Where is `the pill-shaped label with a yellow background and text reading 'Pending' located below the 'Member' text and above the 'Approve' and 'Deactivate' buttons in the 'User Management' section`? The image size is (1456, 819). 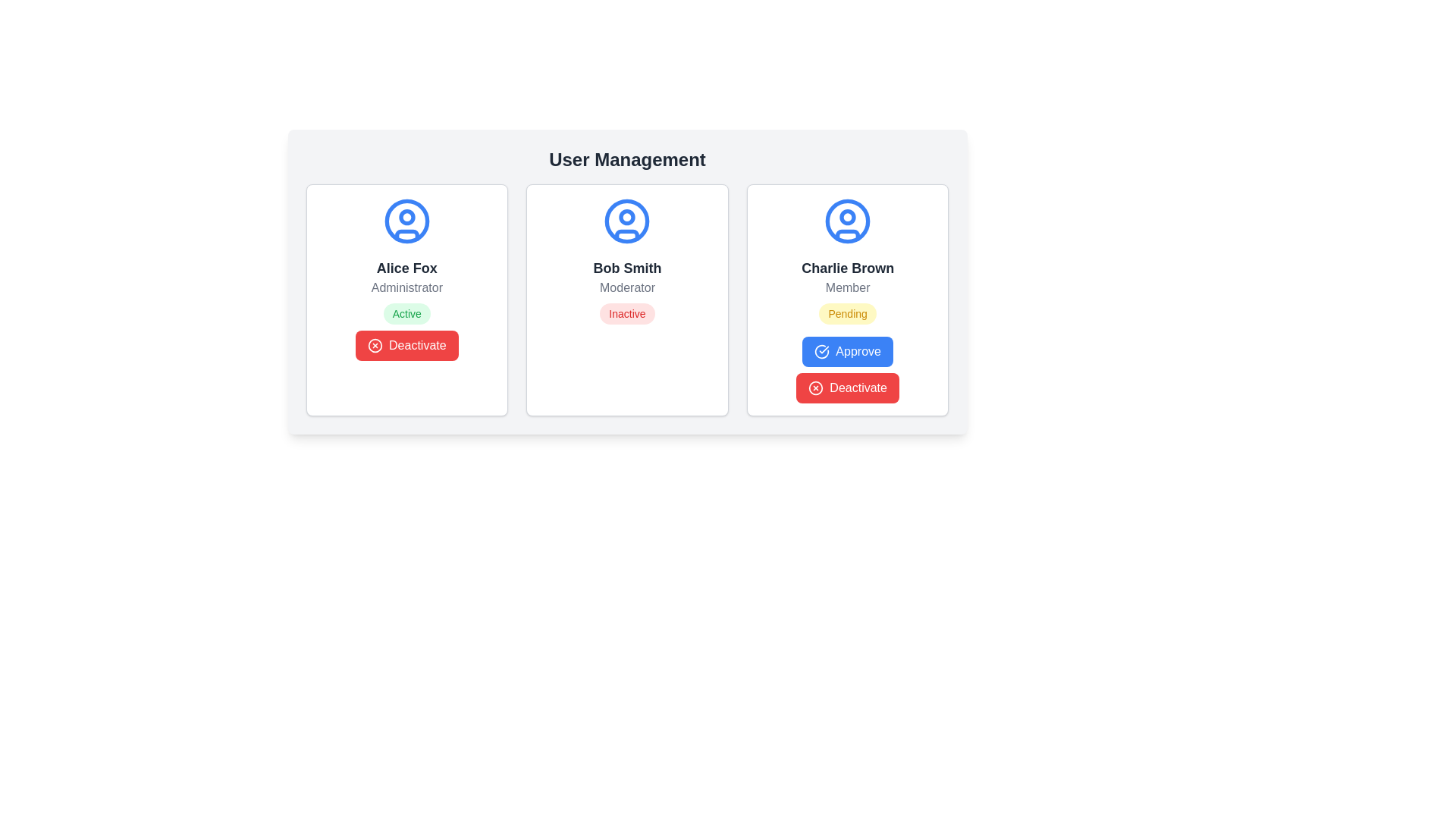 the pill-shaped label with a yellow background and text reading 'Pending' located below the 'Member' text and above the 'Approve' and 'Deactivate' buttons in the 'User Management' section is located at coordinates (847, 312).